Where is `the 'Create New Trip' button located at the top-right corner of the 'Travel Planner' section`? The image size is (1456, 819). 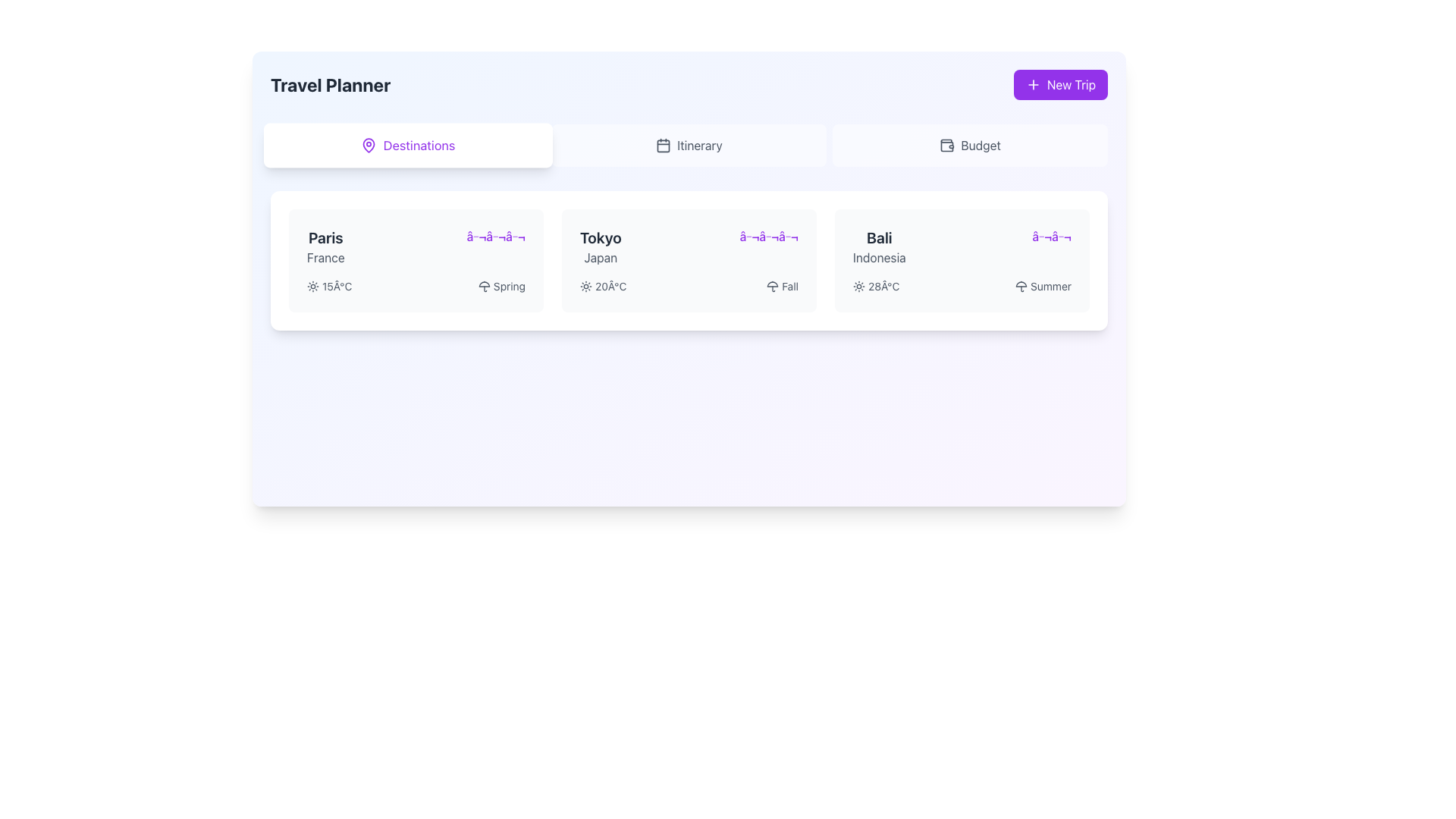
the 'Create New Trip' button located at the top-right corner of the 'Travel Planner' section is located at coordinates (1059, 84).